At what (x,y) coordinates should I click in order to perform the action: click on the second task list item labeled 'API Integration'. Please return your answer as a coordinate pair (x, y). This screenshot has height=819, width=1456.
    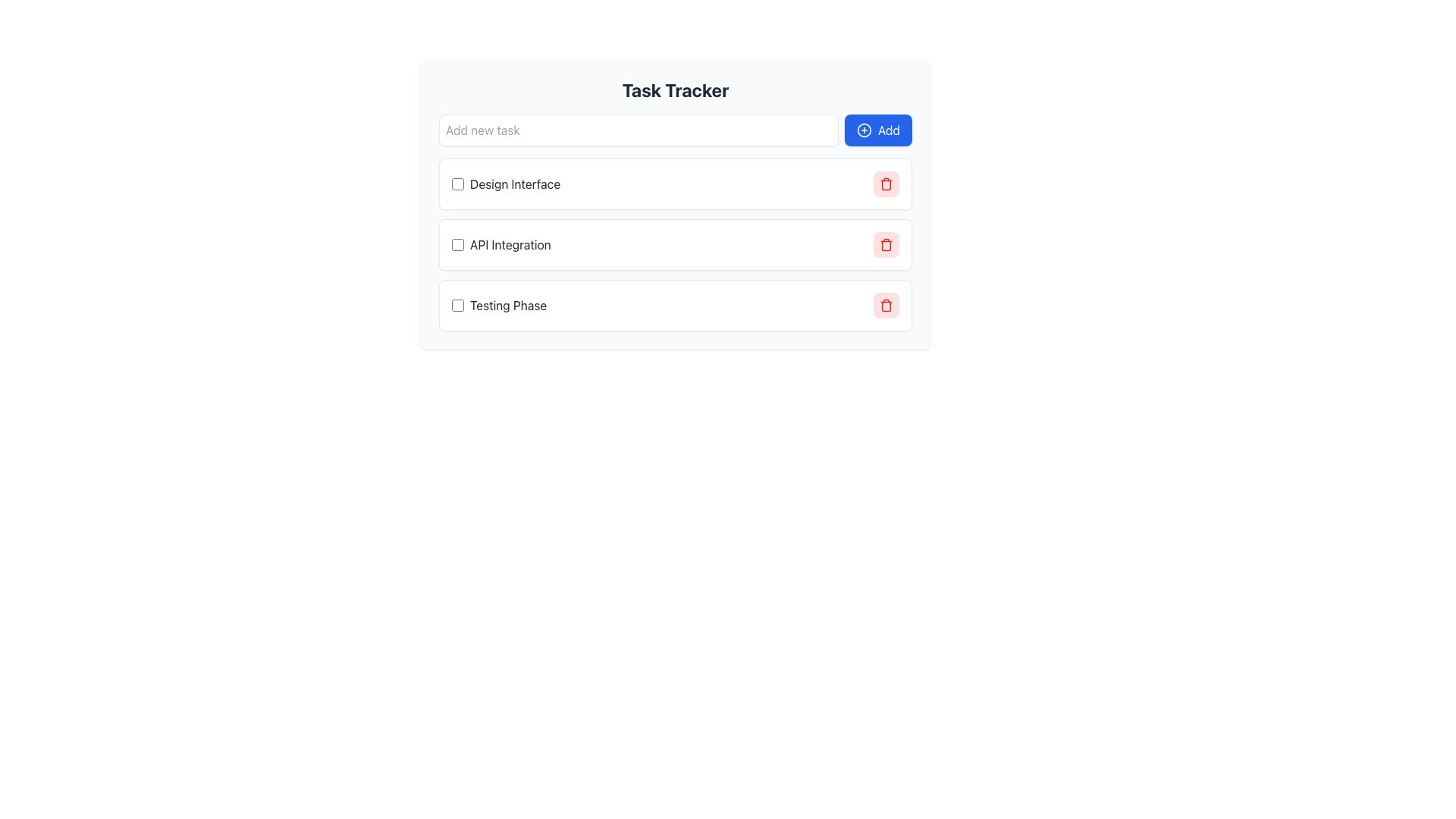
    Looking at the image, I should click on (675, 244).